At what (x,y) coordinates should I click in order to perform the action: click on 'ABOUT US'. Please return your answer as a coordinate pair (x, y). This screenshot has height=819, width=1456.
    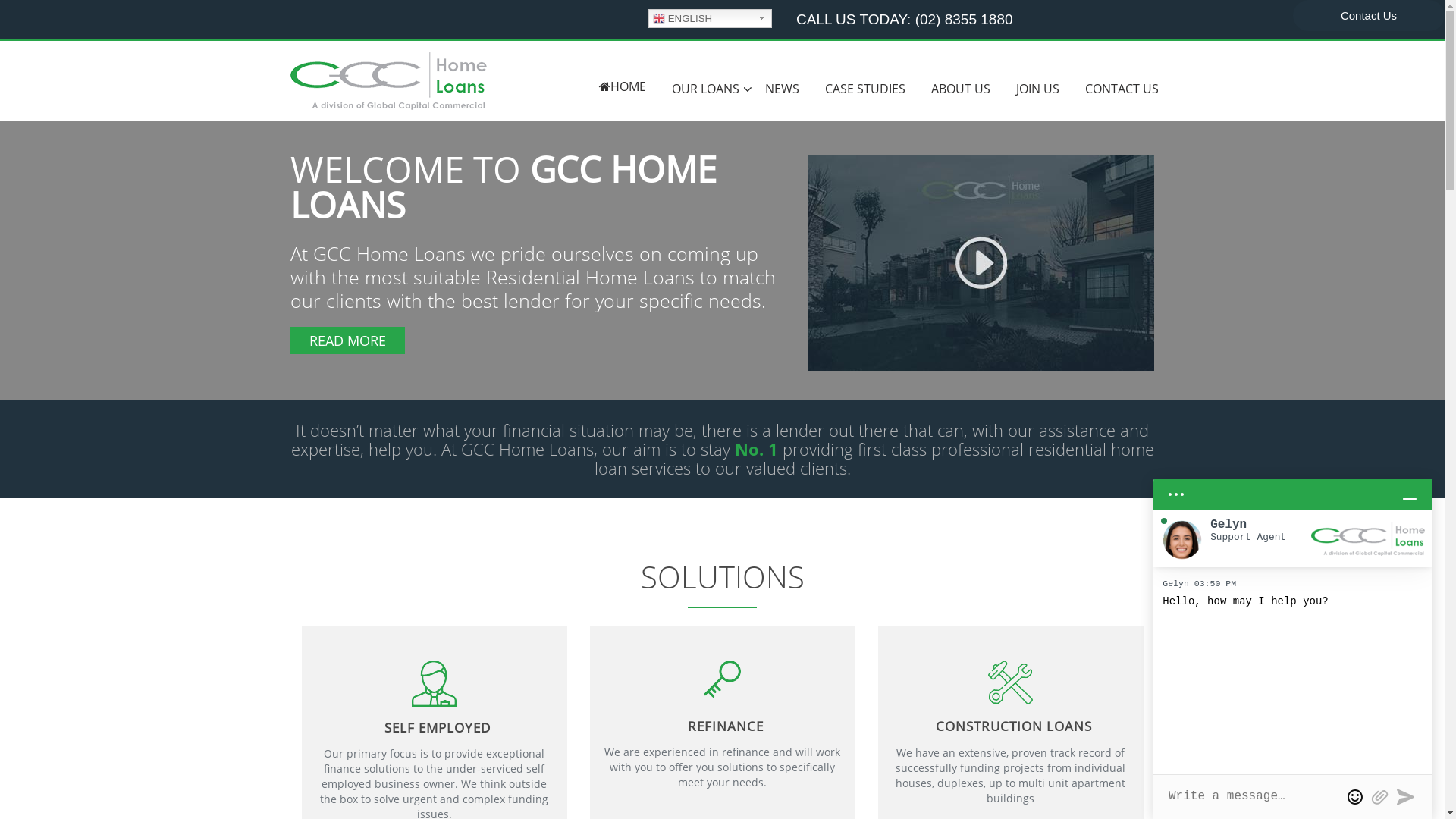
    Looking at the image, I should click on (959, 89).